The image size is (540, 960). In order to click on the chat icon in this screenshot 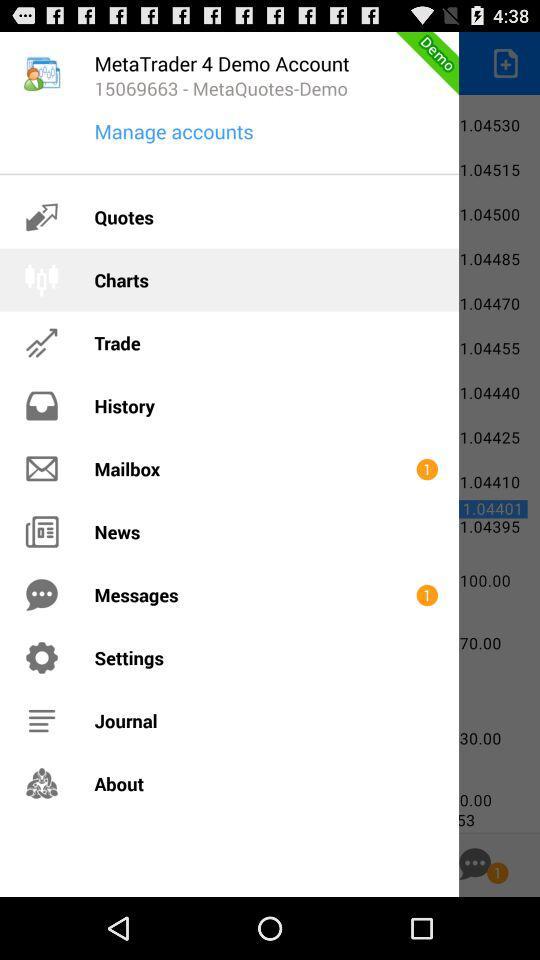, I will do `click(474, 924)`.